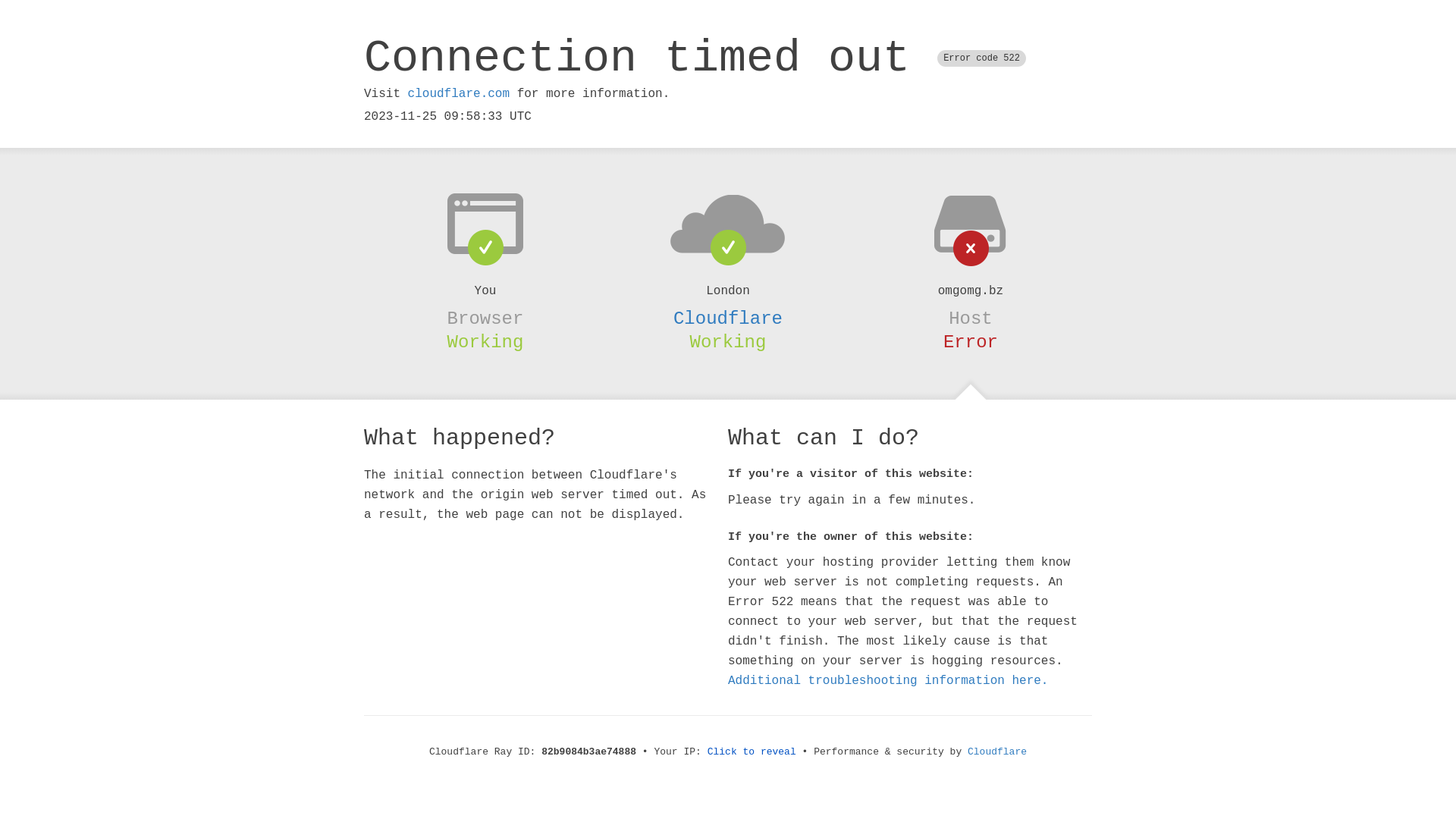 This screenshot has width=1456, height=819. I want to click on 'Click to reveal', so click(706, 752).